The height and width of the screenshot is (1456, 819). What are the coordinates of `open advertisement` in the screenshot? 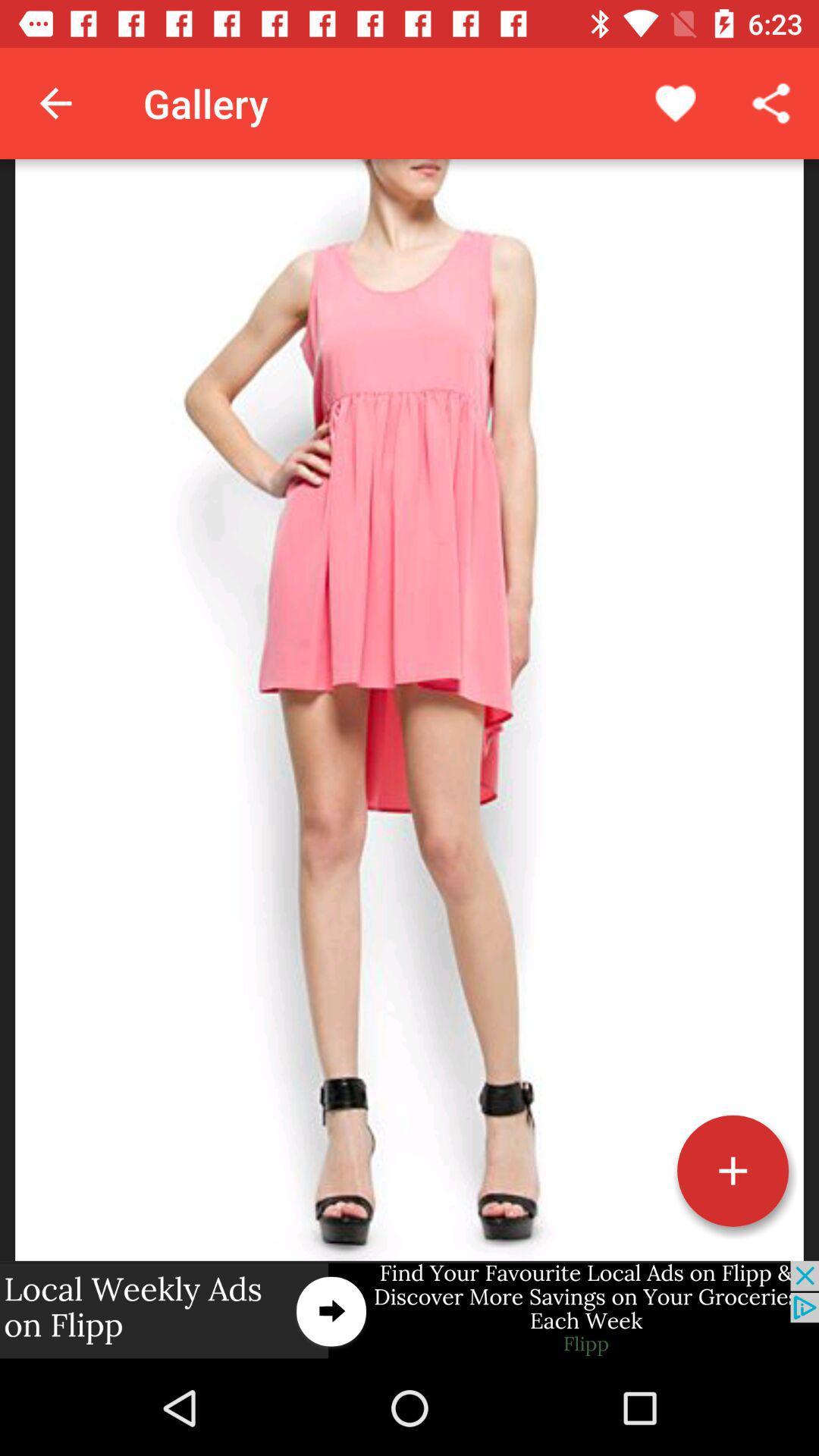 It's located at (409, 1310).